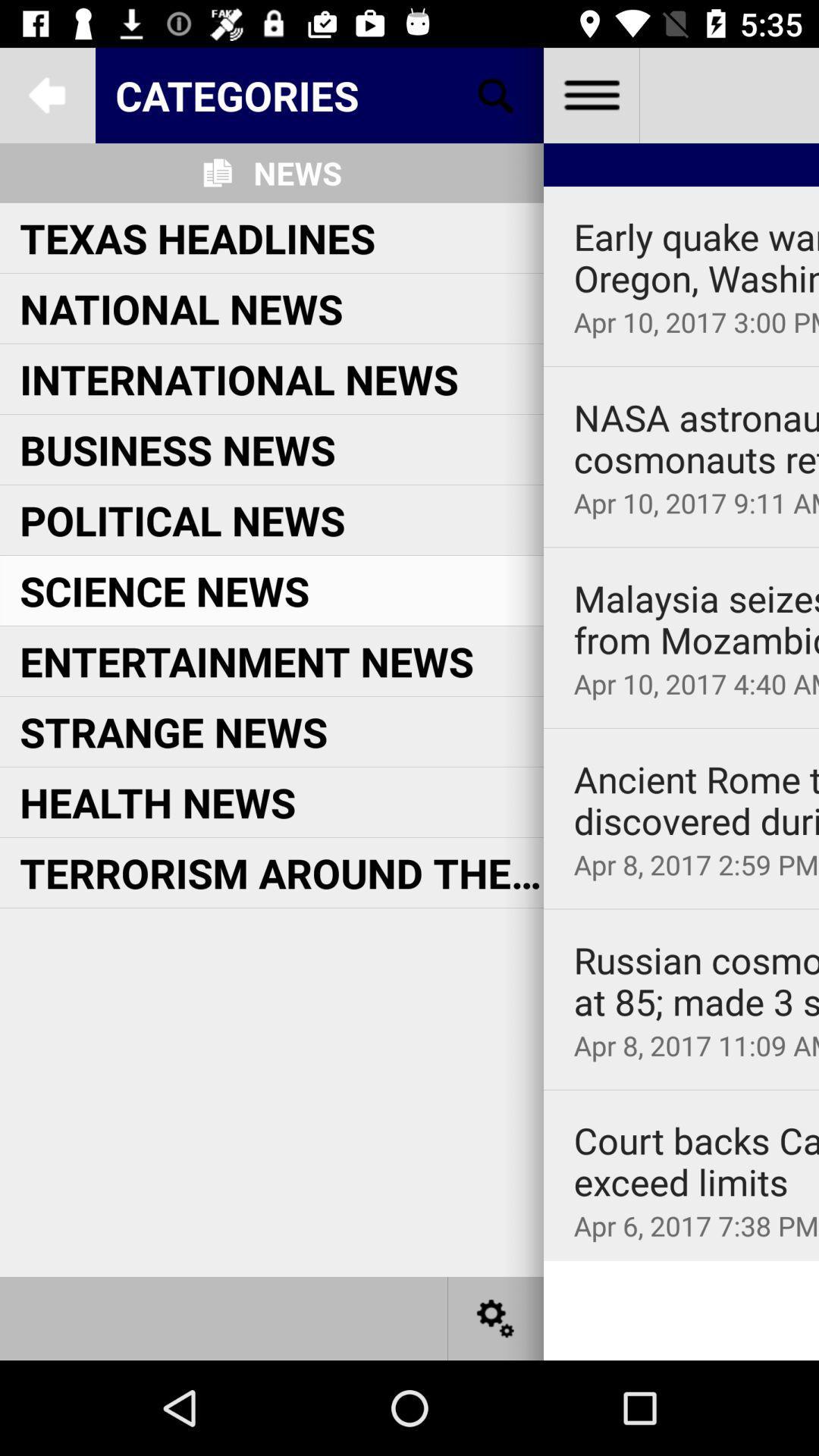  What do you see at coordinates (680, 546) in the screenshot?
I see `app above the malaysia seizes 18 app` at bounding box center [680, 546].